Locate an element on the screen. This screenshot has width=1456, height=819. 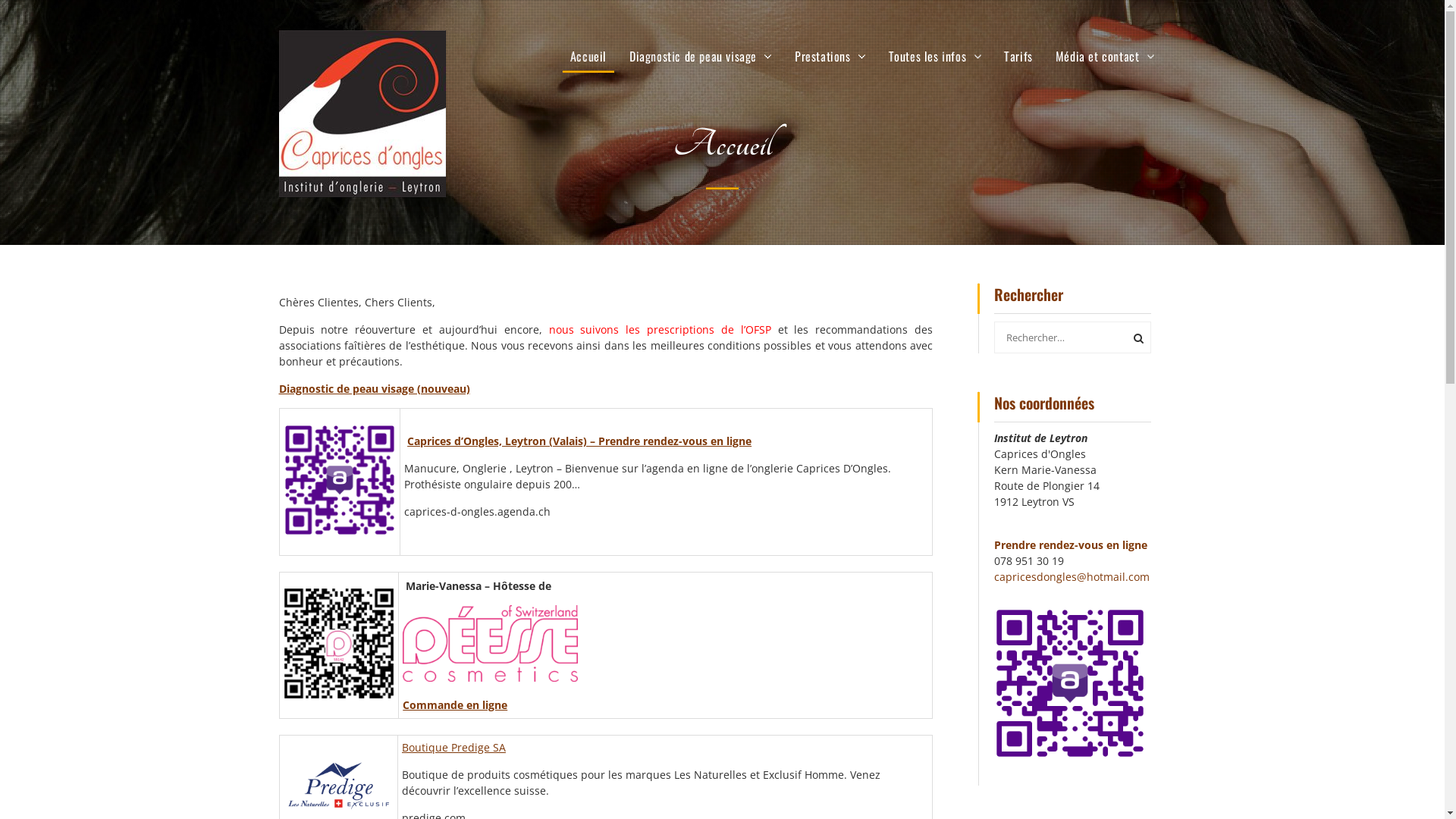
'Boutique Predige SA' is located at coordinates (453, 746).